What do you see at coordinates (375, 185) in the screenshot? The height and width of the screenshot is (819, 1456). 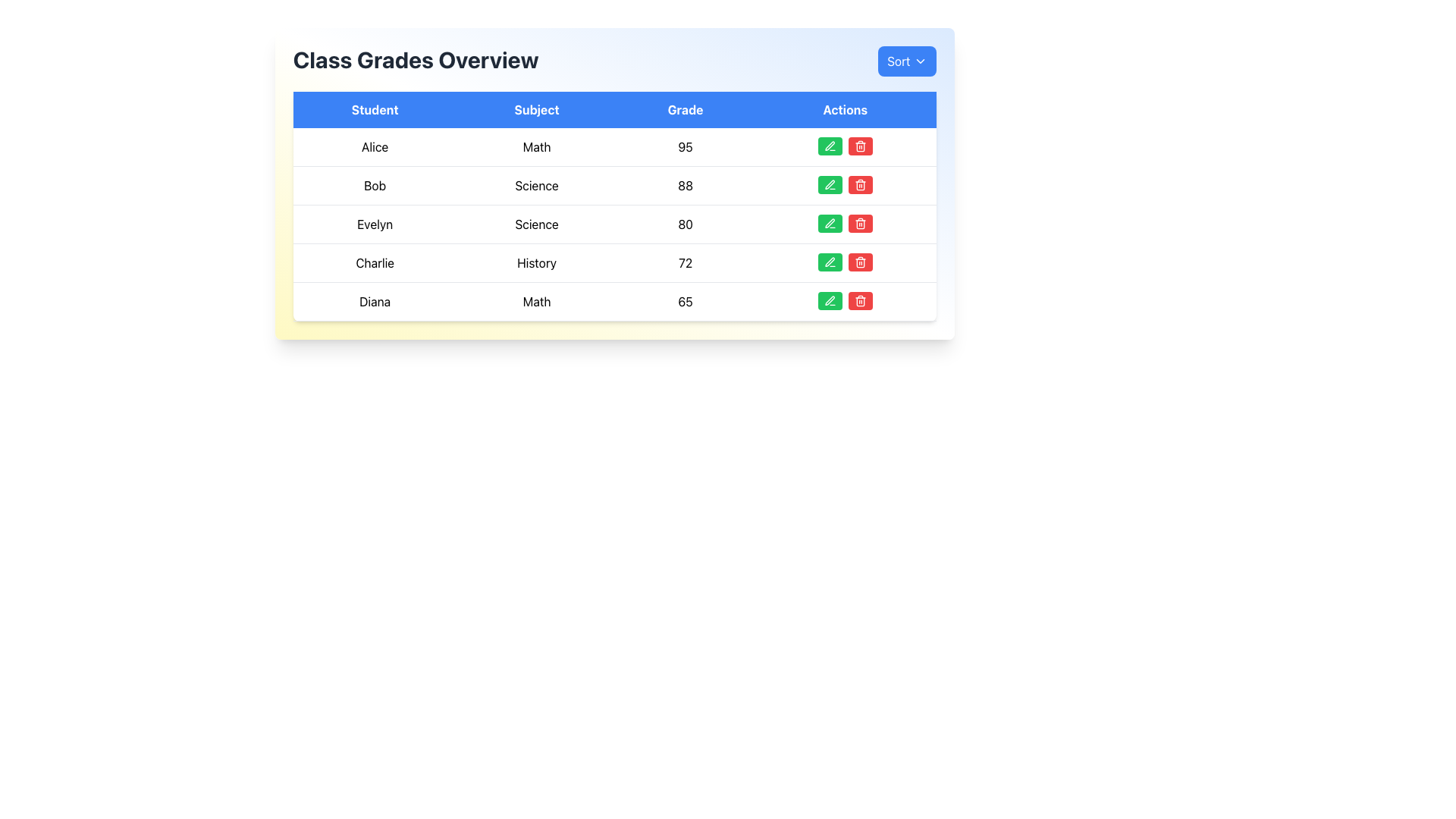 I see `the text displaying the name of a student in the first cell of the second row under the 'Student' heading` at bounding box center [375, 185].